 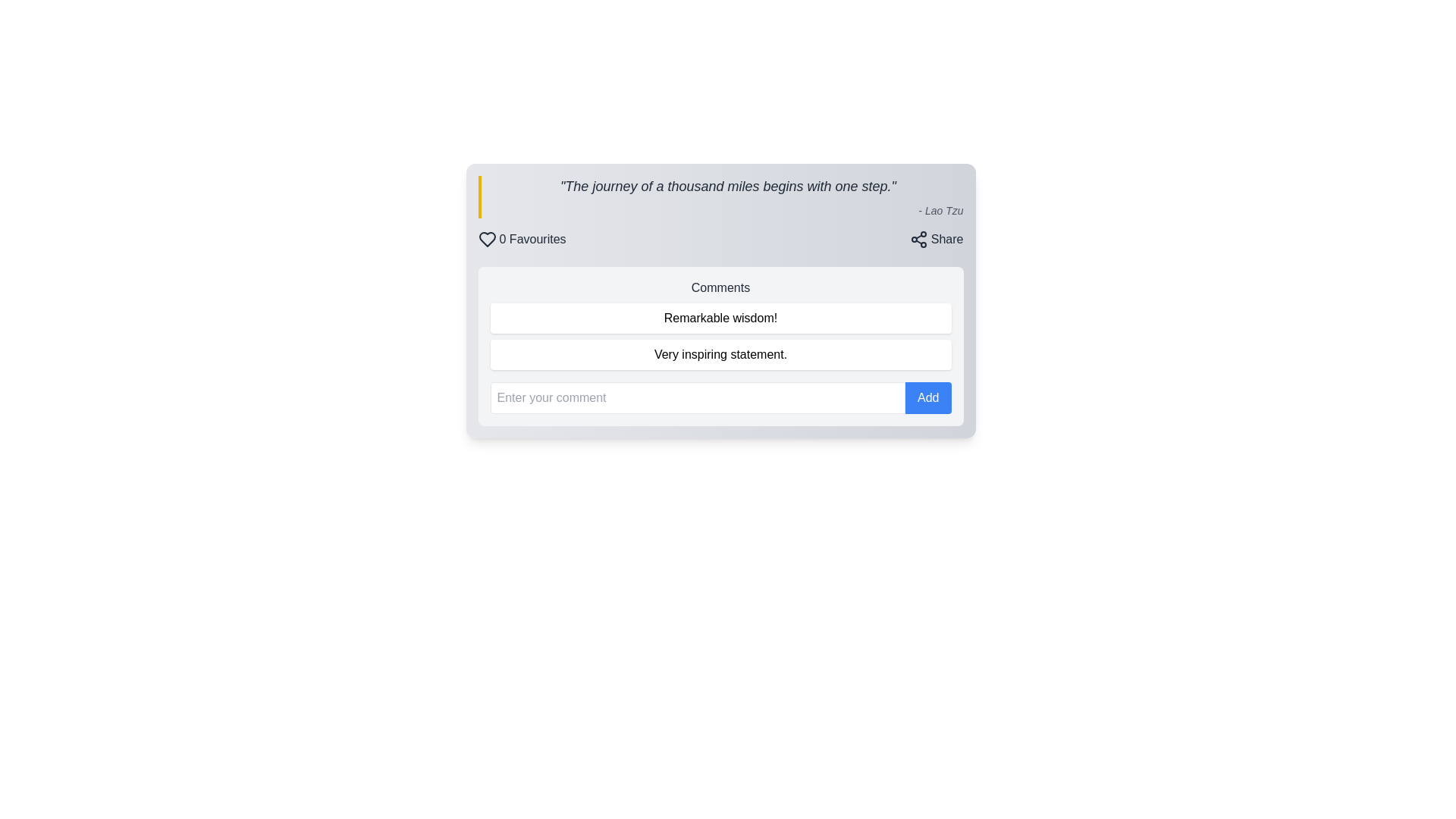 What do you see at coordinates (936, 239) in the screenshot?
I see `the 'Share' button with icon and text, which is styled in dark gray and changes to blue on hover, located on the right side adjacent to '0 Favourites'` at bounding box center [936, 239].